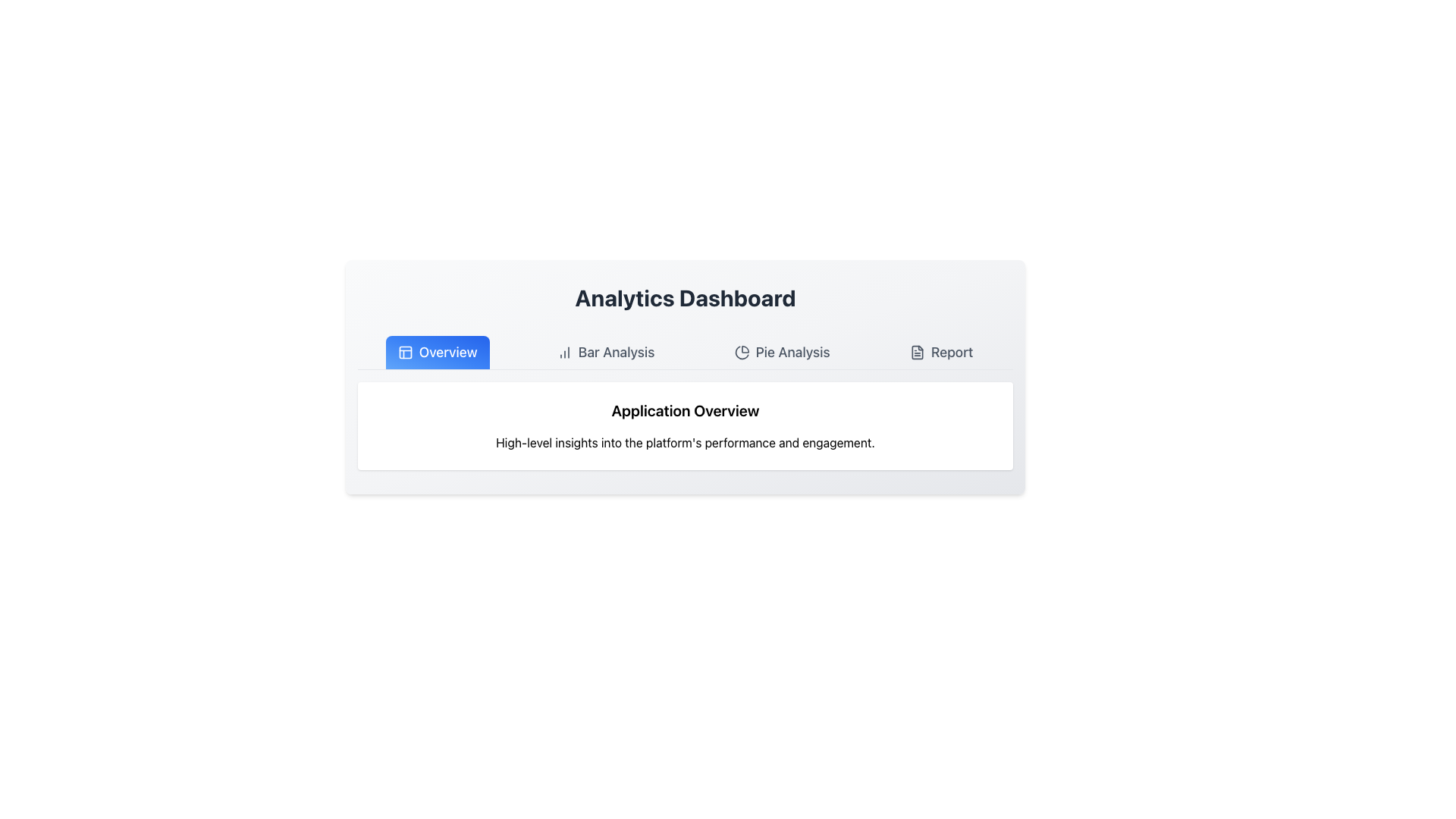  Describe the element at coordinates (437, 353) in the screenshot. I see `the 'Overview' navigation button located at the top left of the interface to possibly reveal additional information or a tooltip` at that location.